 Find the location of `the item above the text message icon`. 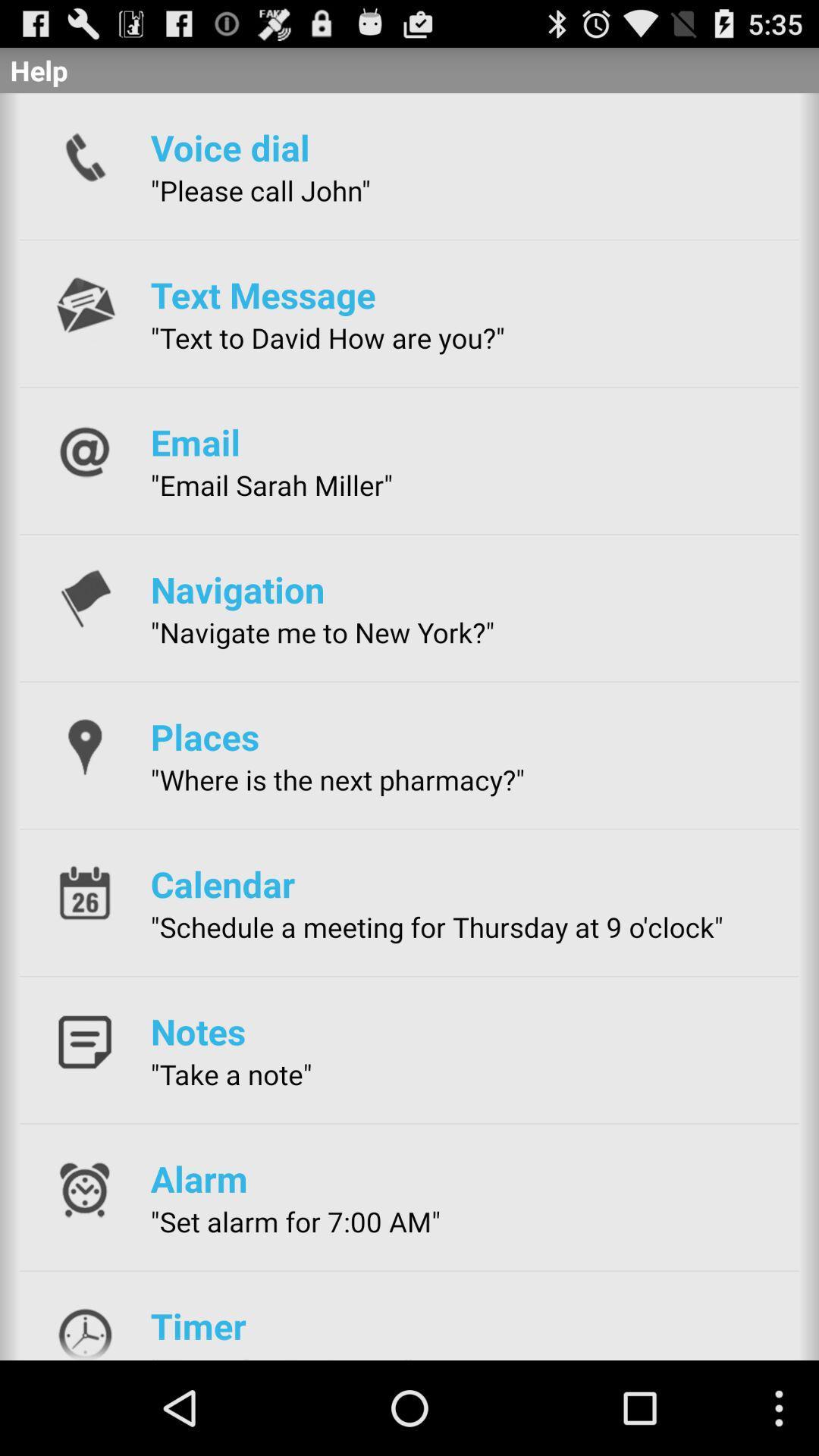

the item above the text message icon is located at coordinates (259, 190).